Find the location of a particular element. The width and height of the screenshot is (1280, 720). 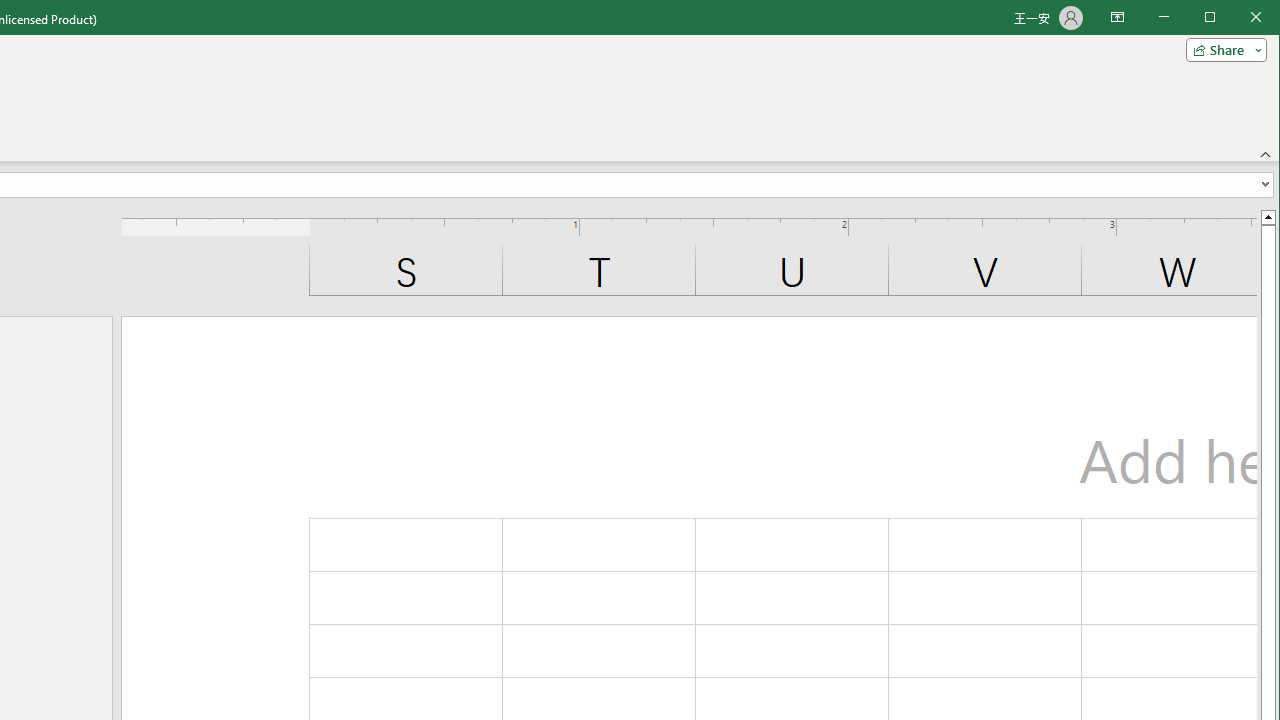

'Minimize' is located at coordinates (1215, 19).